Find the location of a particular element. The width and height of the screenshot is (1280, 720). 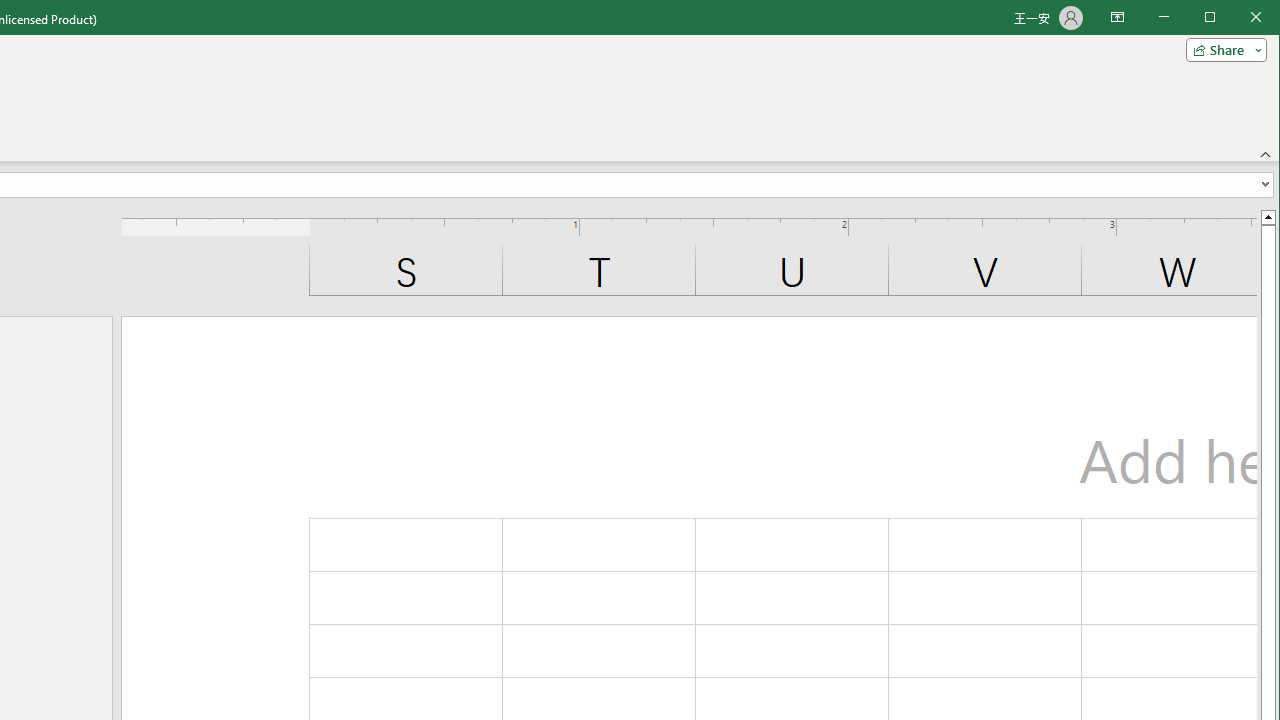

'Minimize' is located at coordinates (1215, 19).